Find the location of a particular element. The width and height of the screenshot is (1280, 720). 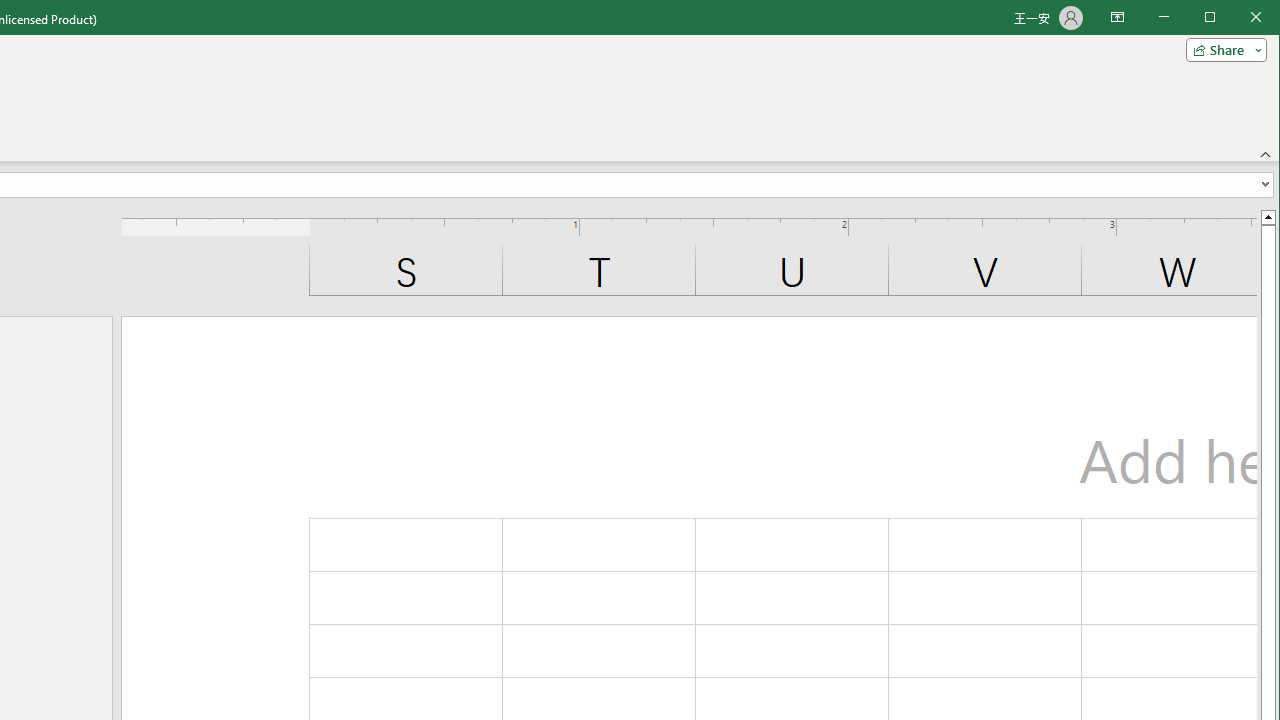

'Minimize' is located at coordinates (1215, 19).